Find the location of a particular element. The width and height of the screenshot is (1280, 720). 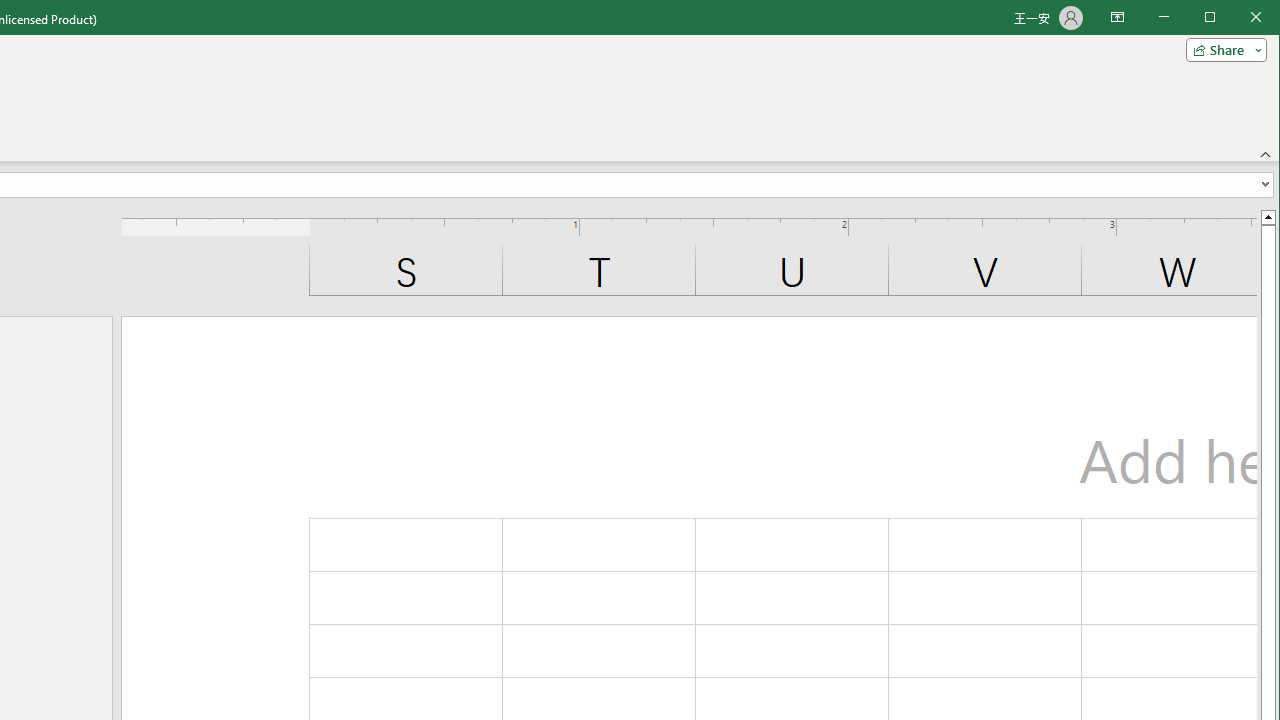

'Minimize' is located at coordinates (1215, 19).